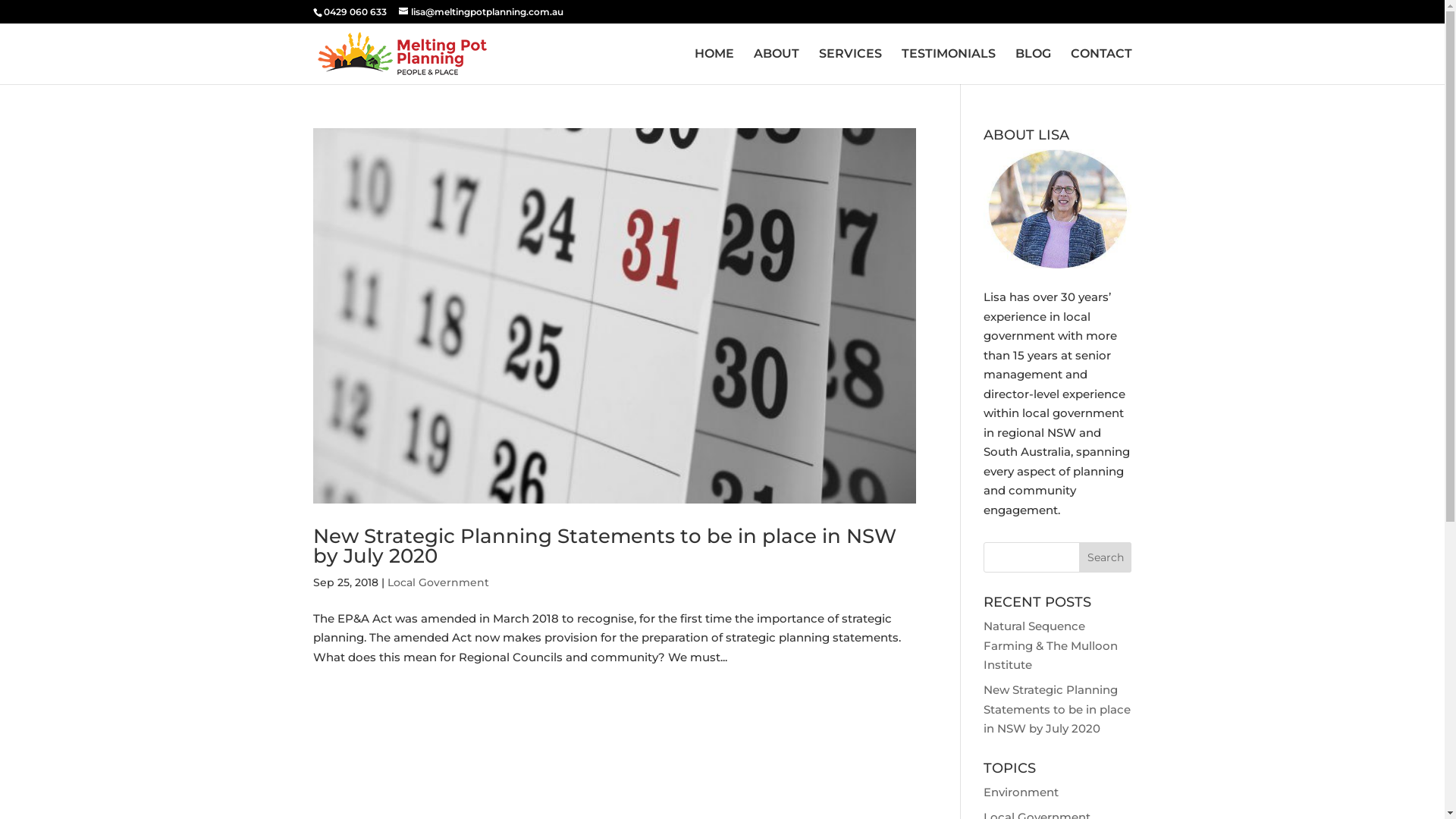  Describe the element at coordinates (1050, 645) in the screenshot. I see `'Natural Sequence Farming & The Mulloon Institute'` at that location.